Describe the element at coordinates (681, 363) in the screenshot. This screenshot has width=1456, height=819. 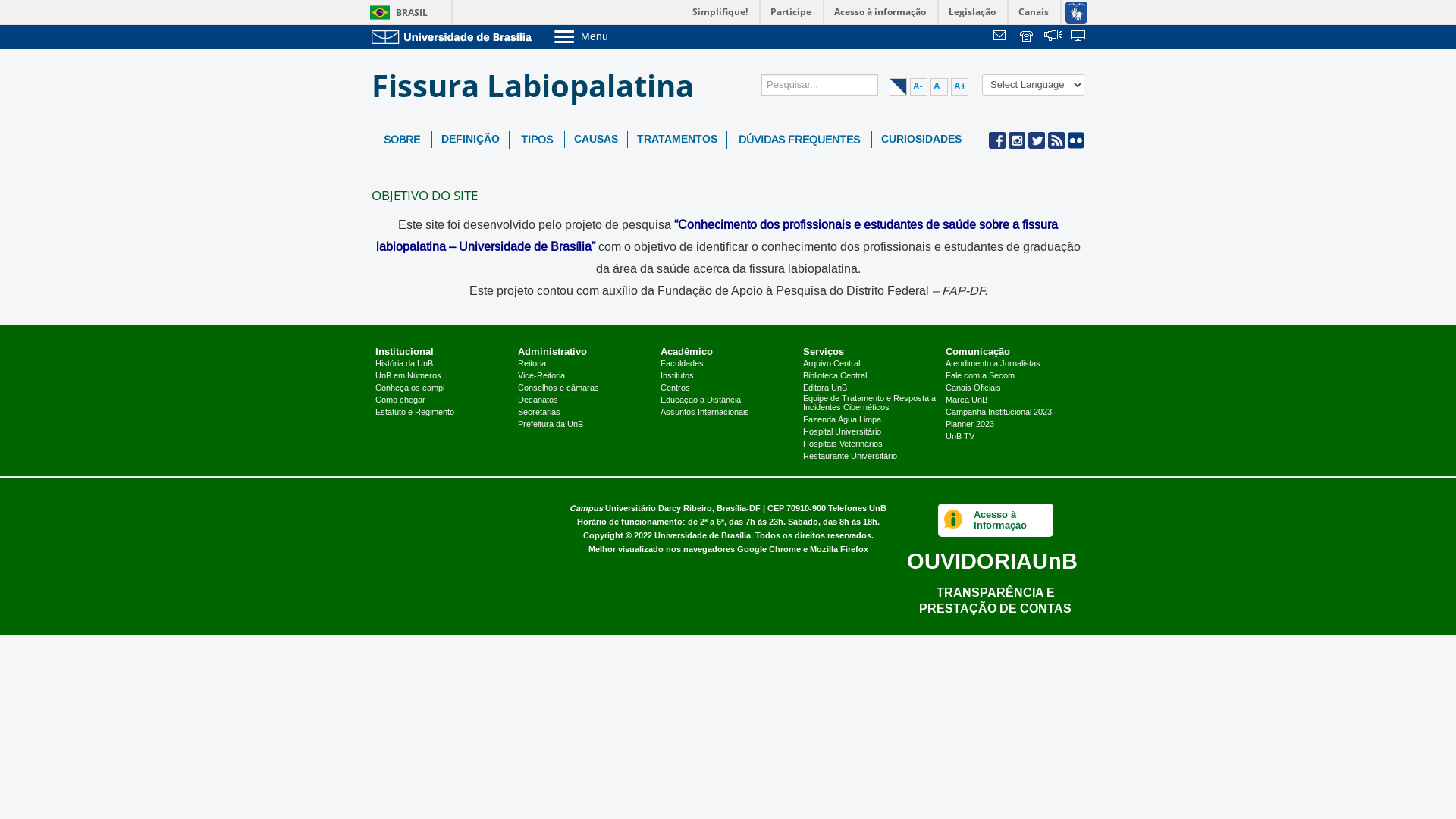
I see `'Faculdades'` at that location.